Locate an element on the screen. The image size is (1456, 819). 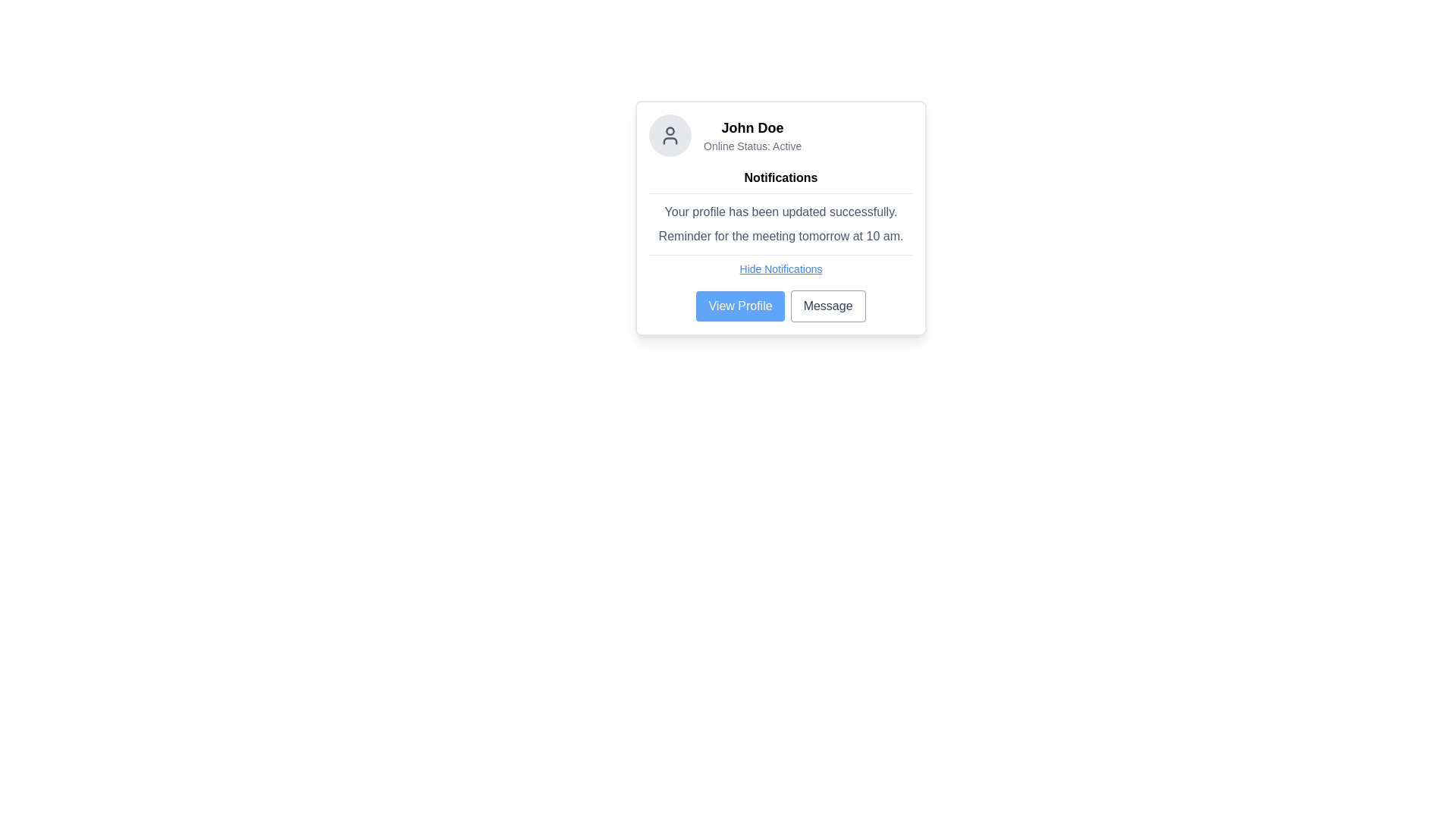
the lower section of the user icon, which is a graphical vector shape within an SVG representing the user-related section is located at coordinates (669, 140).